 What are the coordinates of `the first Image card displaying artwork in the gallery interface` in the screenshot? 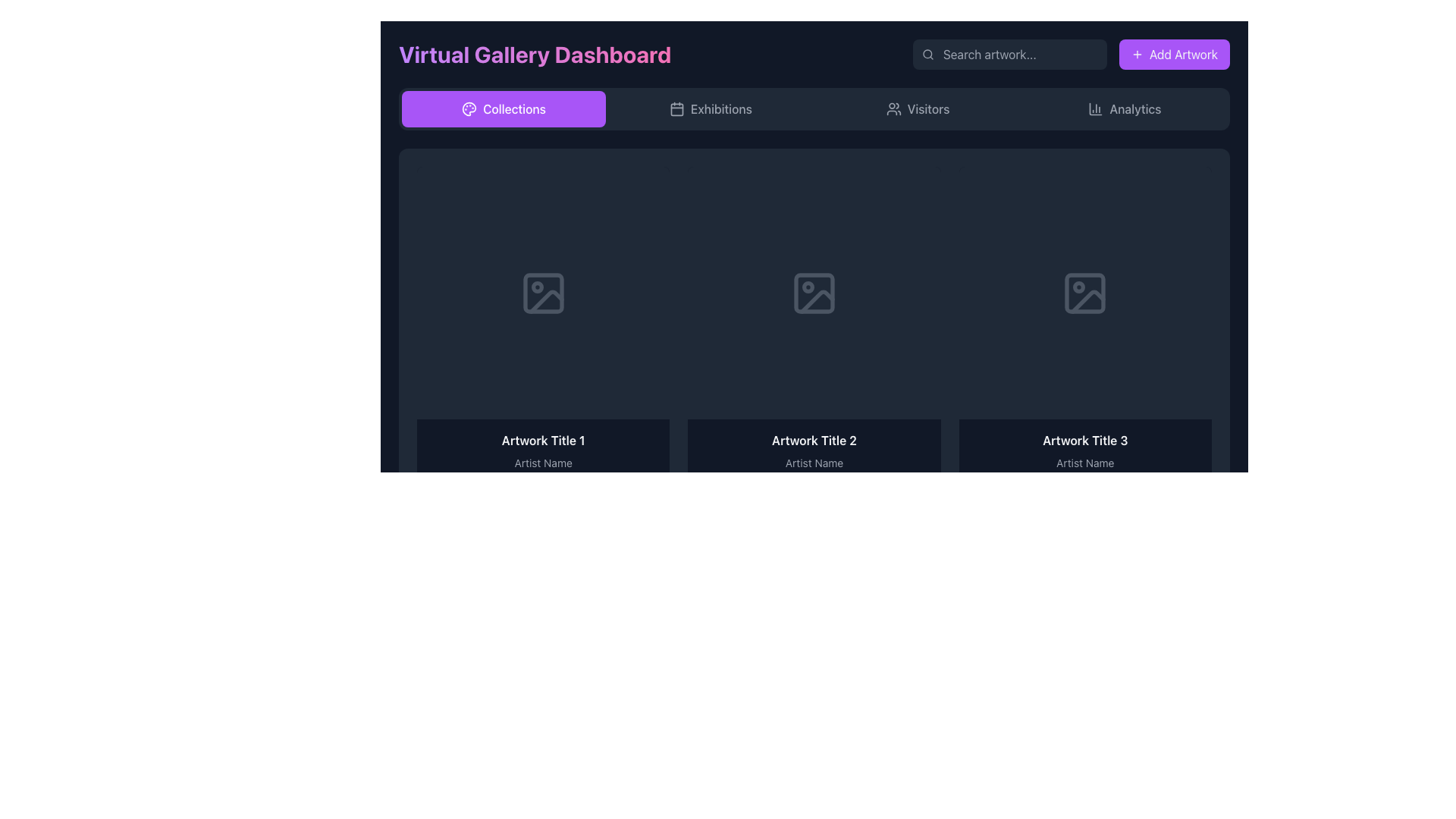 It's located at (543, 334).